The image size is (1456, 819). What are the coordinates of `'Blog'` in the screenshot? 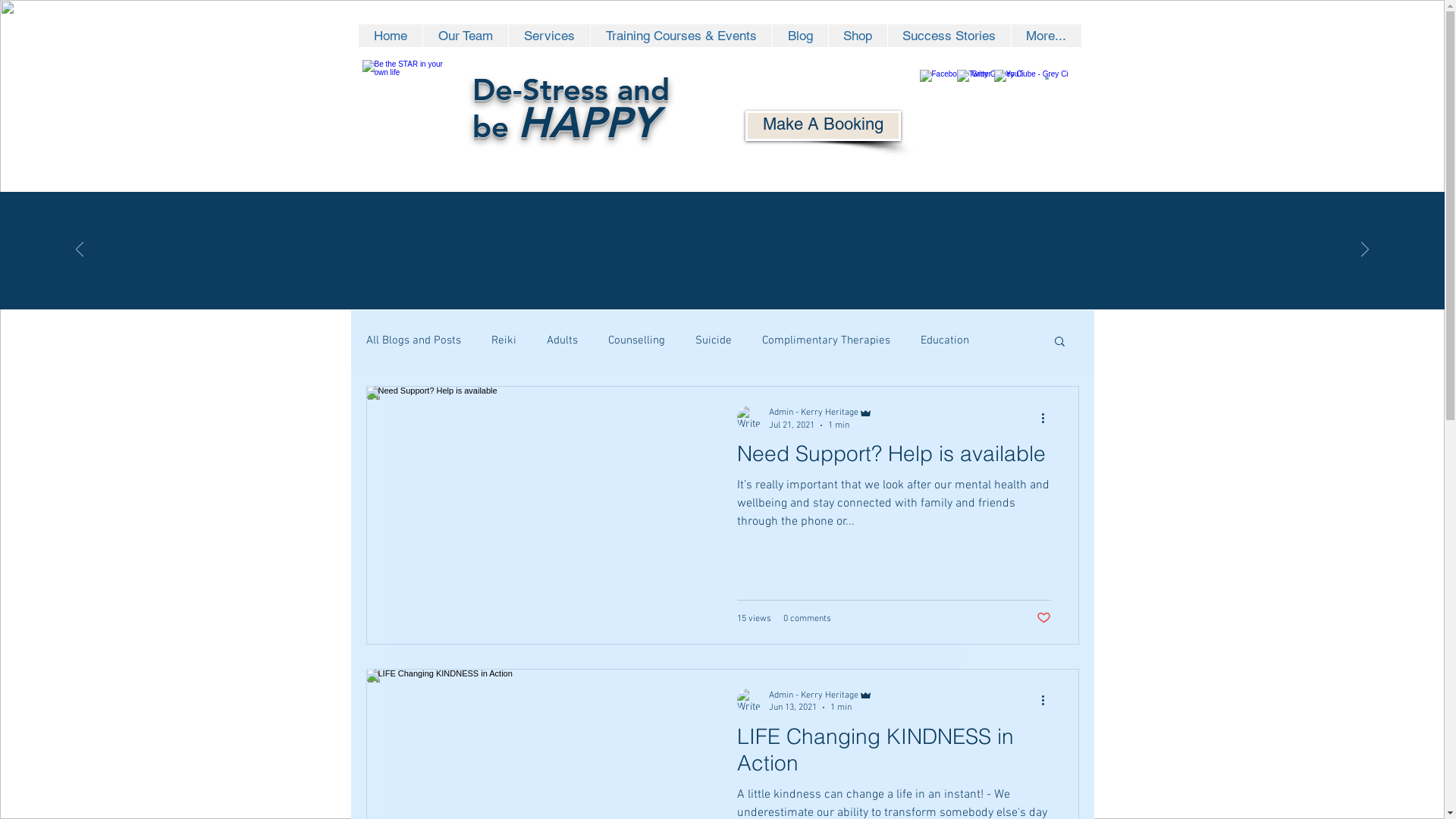 It's located at (771, 34).